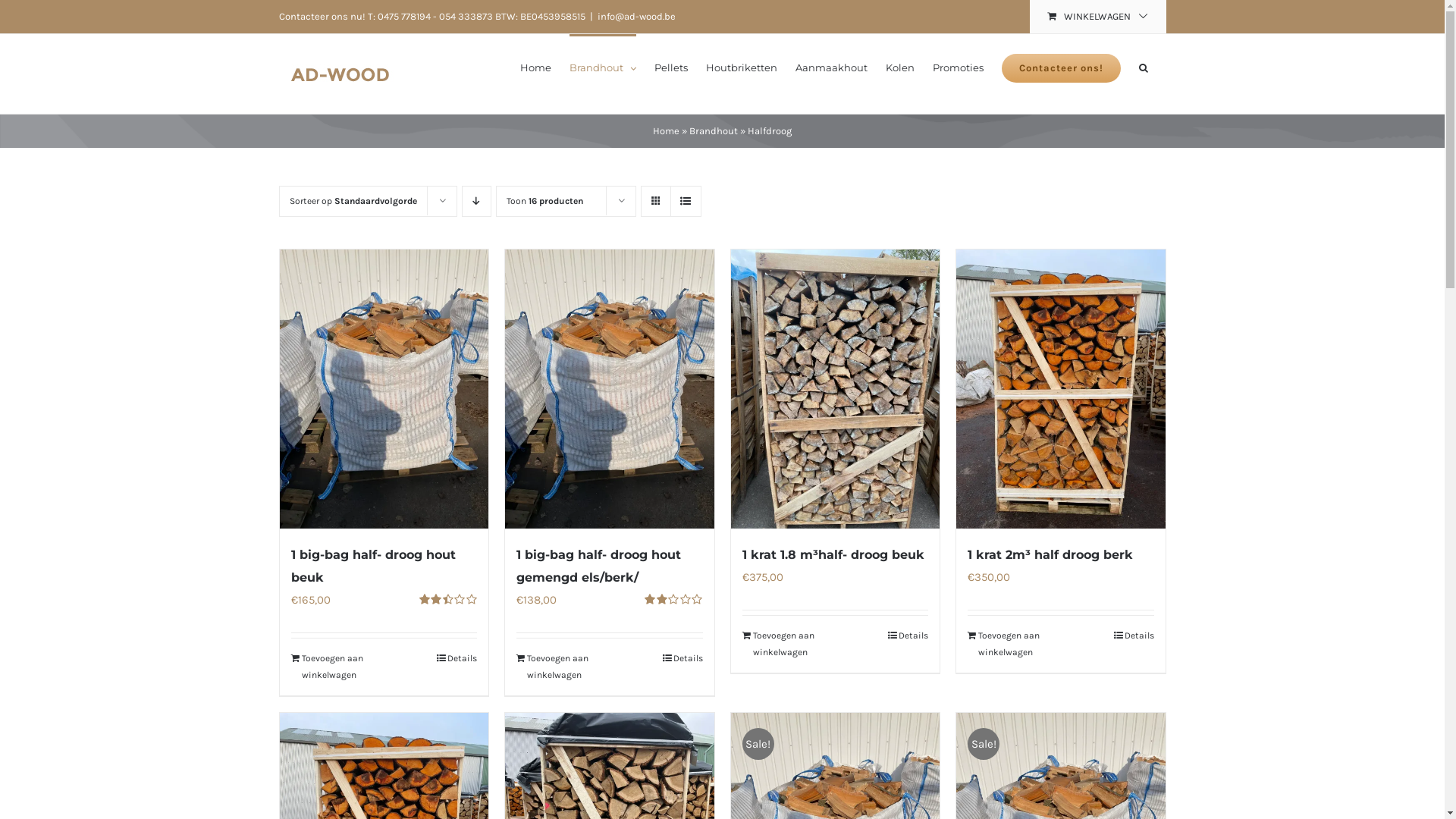  What do you see at coordinates (712, 130) in the screenshot?
I see `'Brandhout'` at bounding box center [712, 130].